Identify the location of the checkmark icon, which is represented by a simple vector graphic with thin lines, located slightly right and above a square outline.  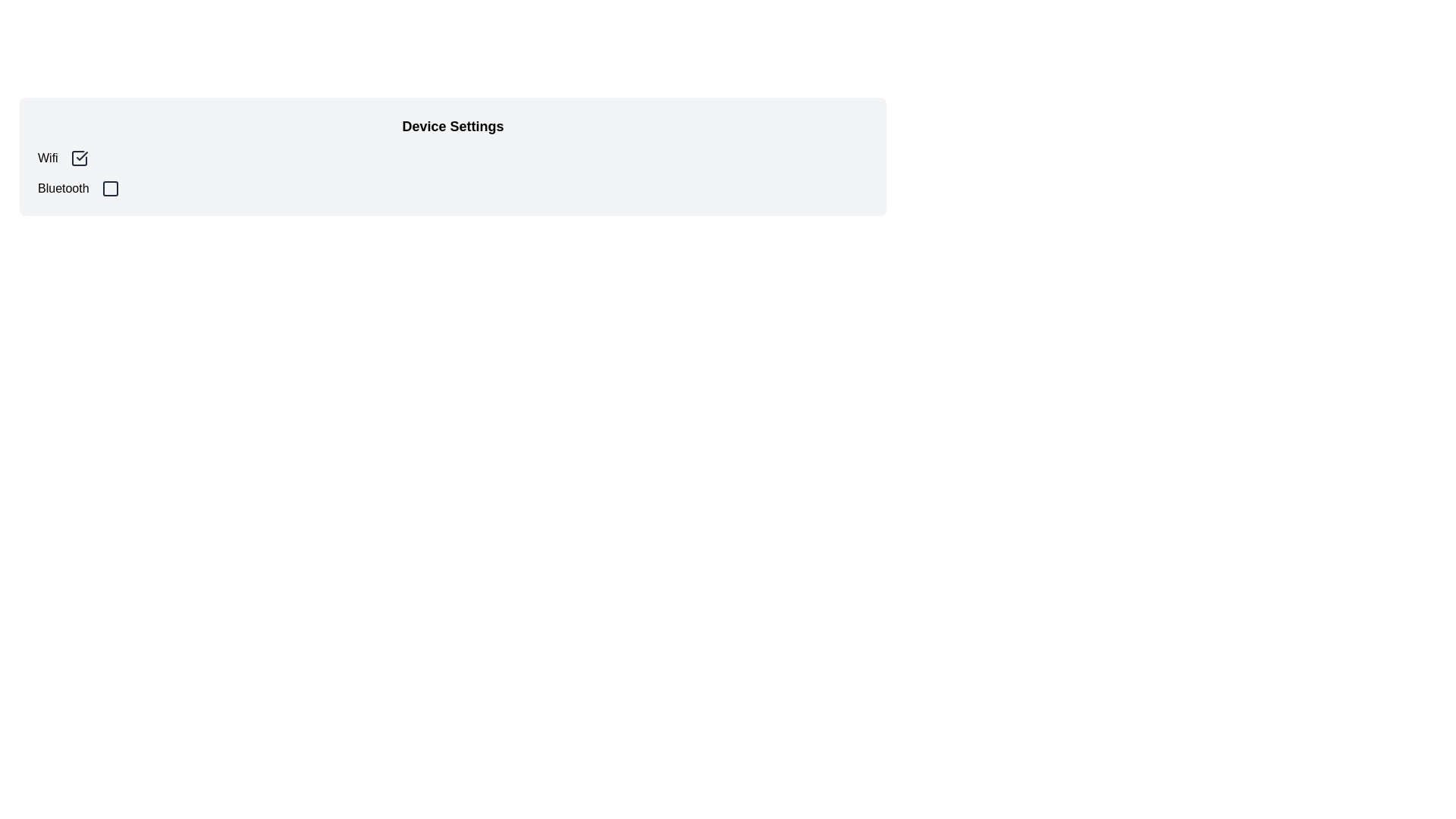
(81, 155).